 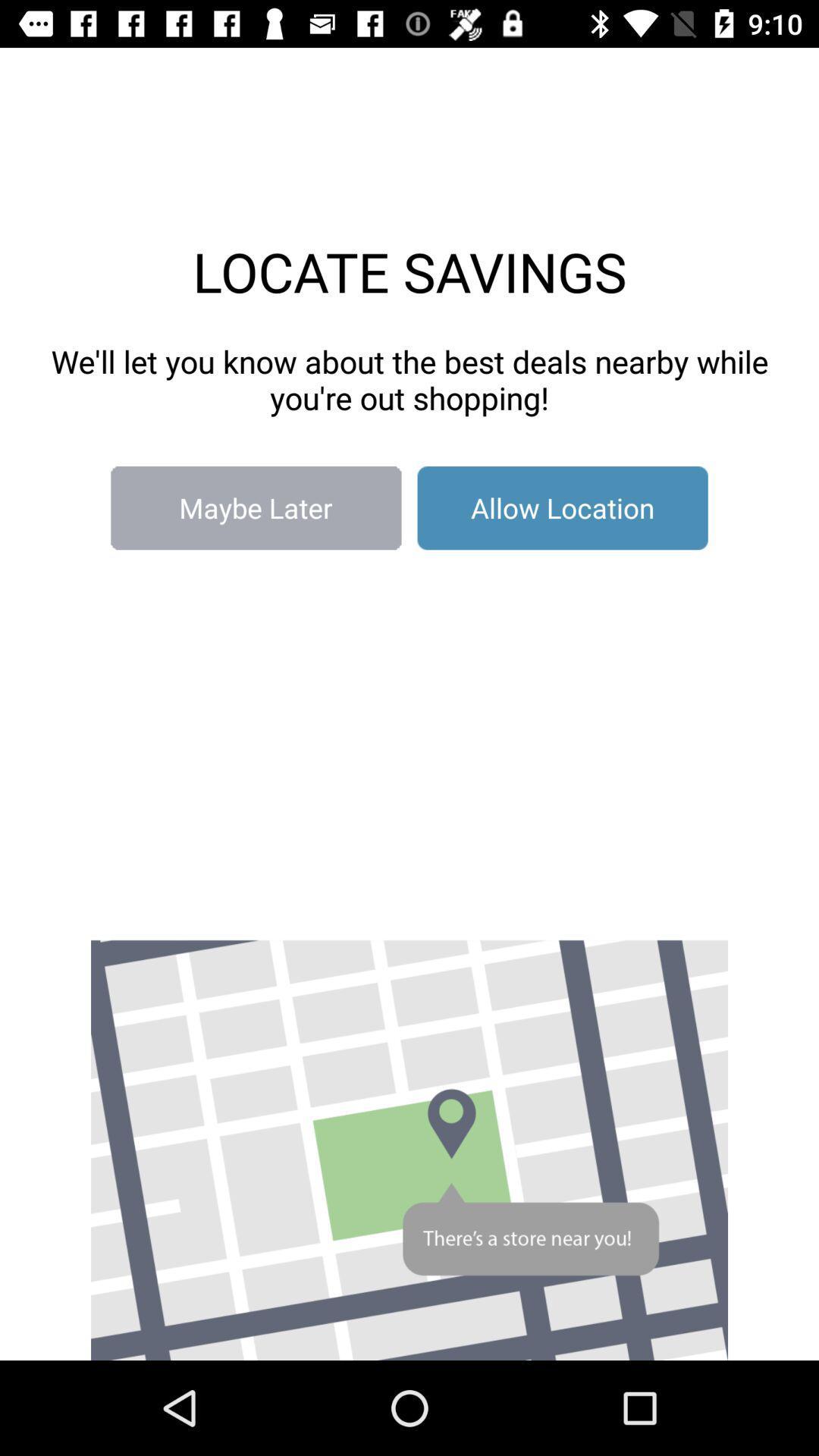 I want to click on the allow location on the right, so click(x=563, y=508).